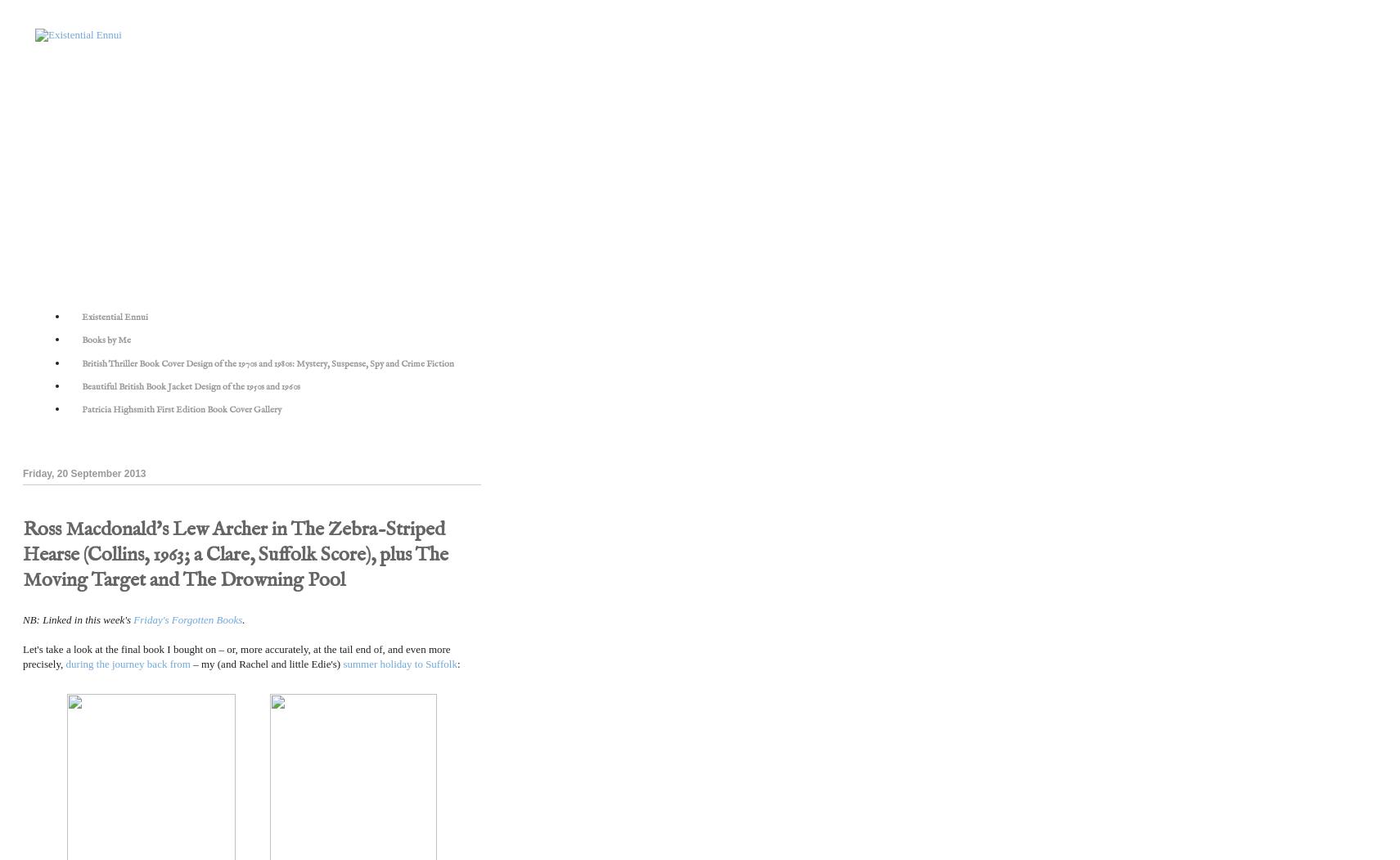 This screenshot has width=1400, height=860. Describe the element at coordinates (77, 619) in the screenshot. I see `'NB: Linked in this week's'` at that location.